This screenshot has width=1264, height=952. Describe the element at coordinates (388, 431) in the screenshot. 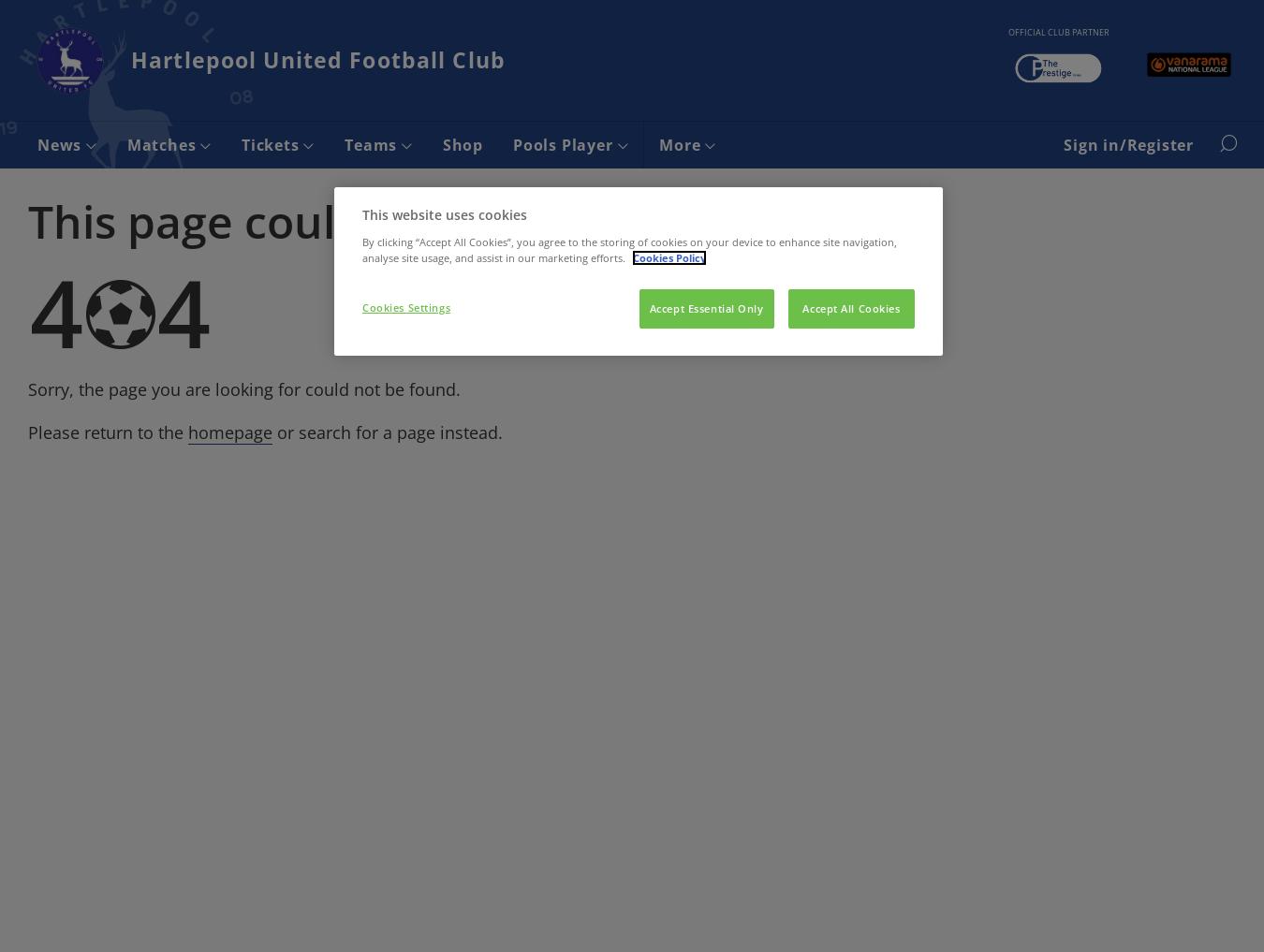

I see `'or search for a page instead.'` at that location.